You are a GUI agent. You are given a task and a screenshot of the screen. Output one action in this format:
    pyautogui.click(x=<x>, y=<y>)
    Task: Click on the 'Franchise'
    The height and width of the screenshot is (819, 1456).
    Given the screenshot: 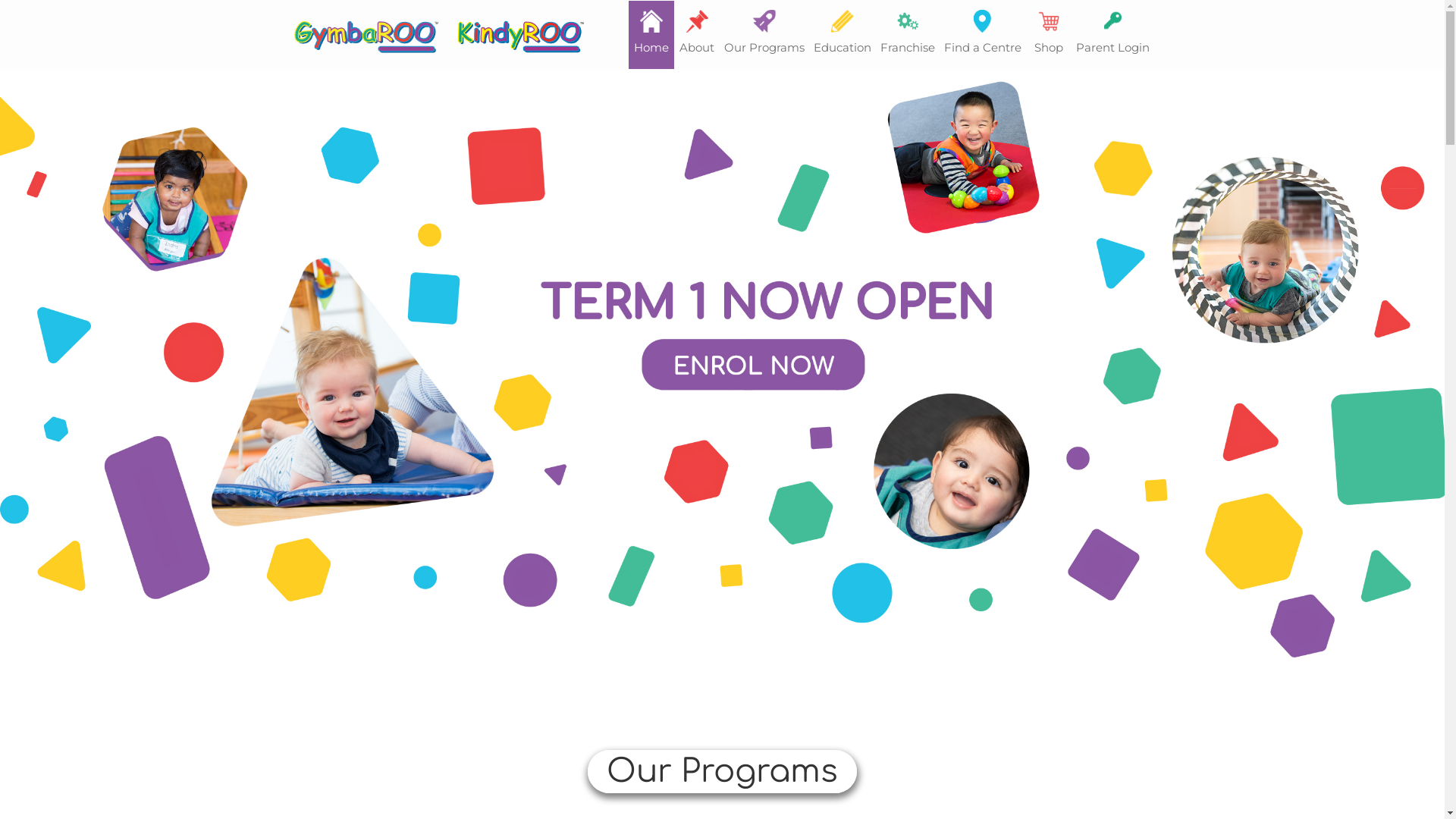 What is the action you would take?
    pyautogui.click(x=874, y=34)
    